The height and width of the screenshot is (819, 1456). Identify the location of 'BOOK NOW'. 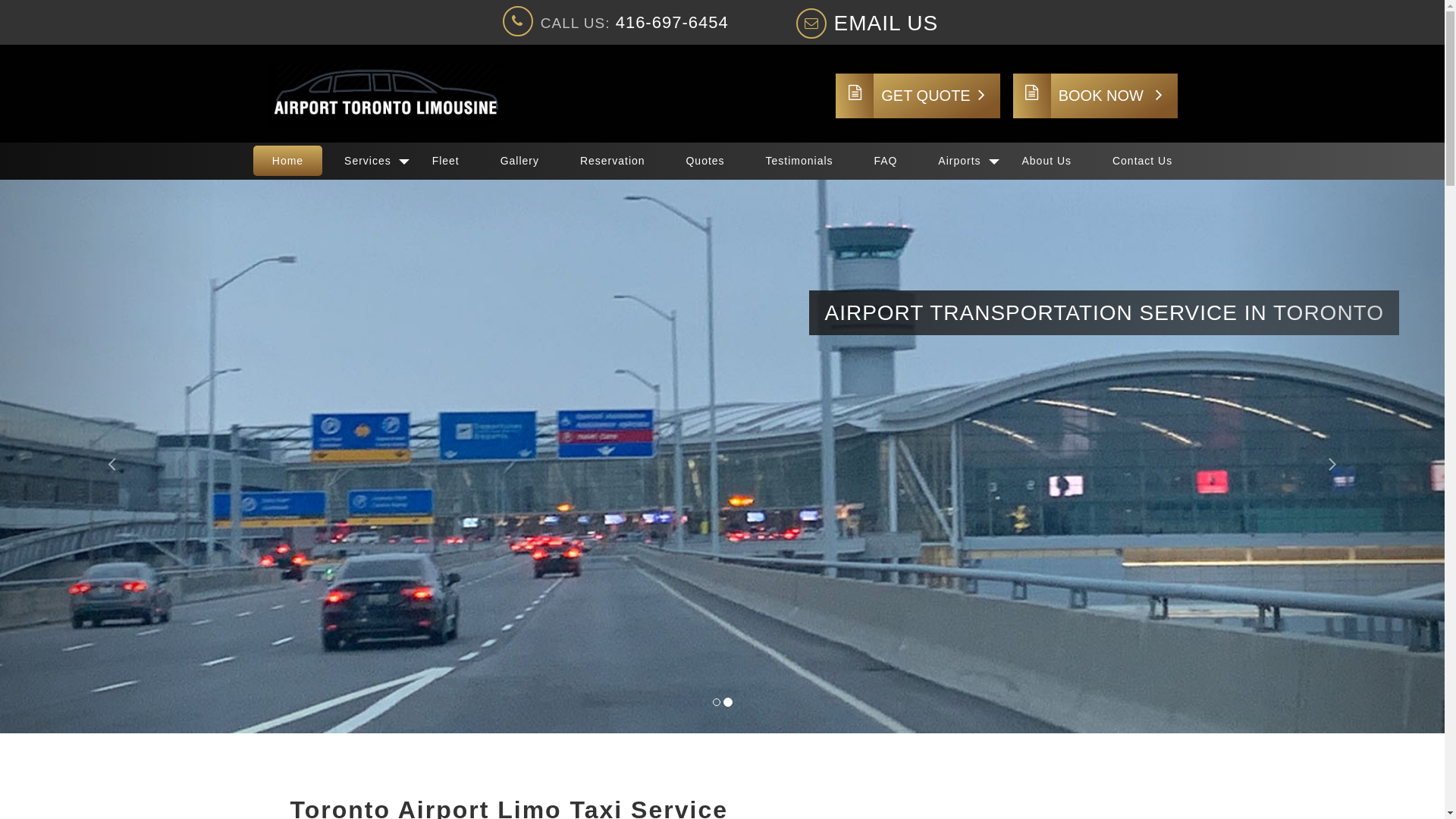
(1012, 96).